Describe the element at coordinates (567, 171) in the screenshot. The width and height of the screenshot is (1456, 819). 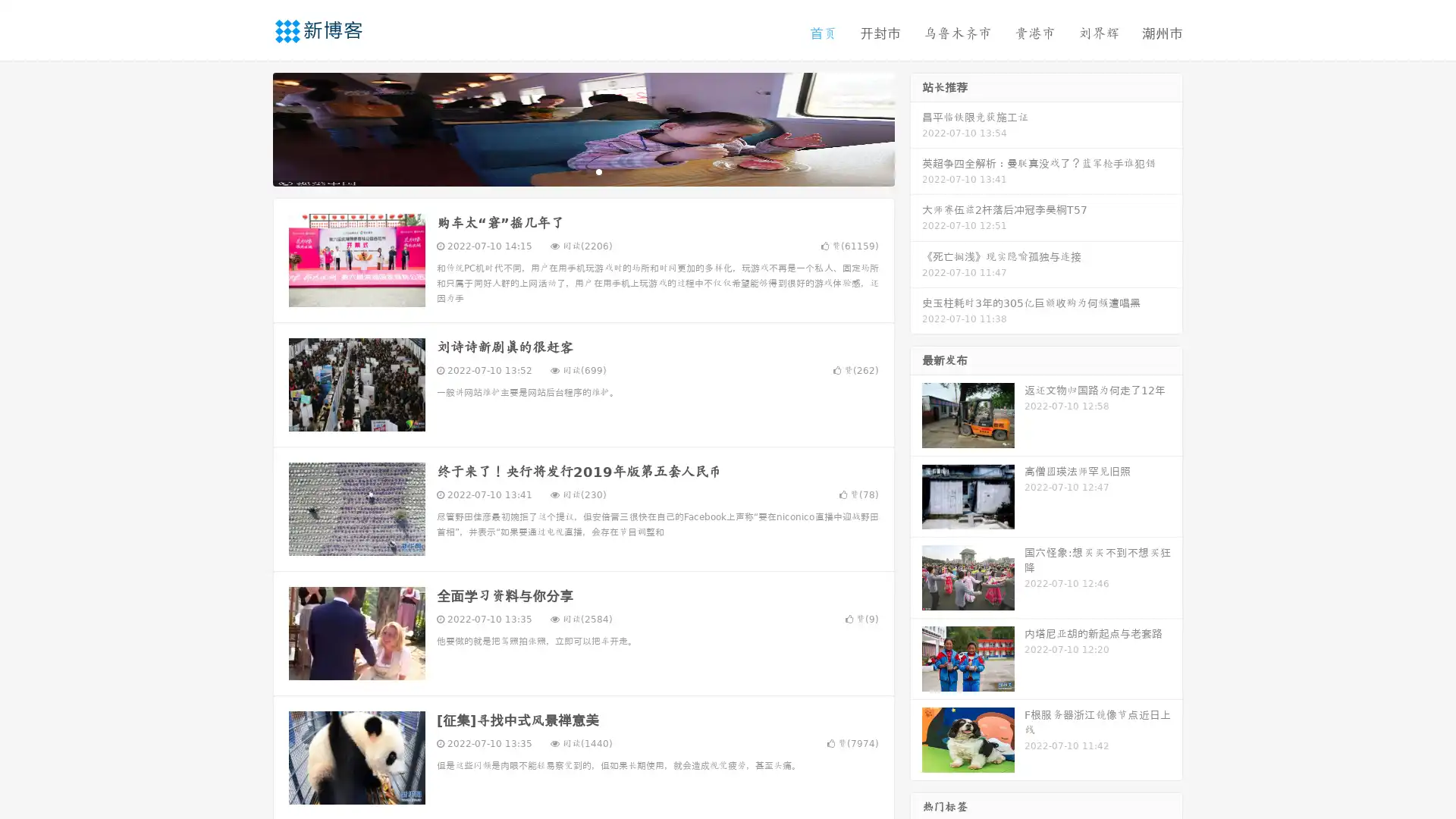
I see `Go to slide 1` at that location.